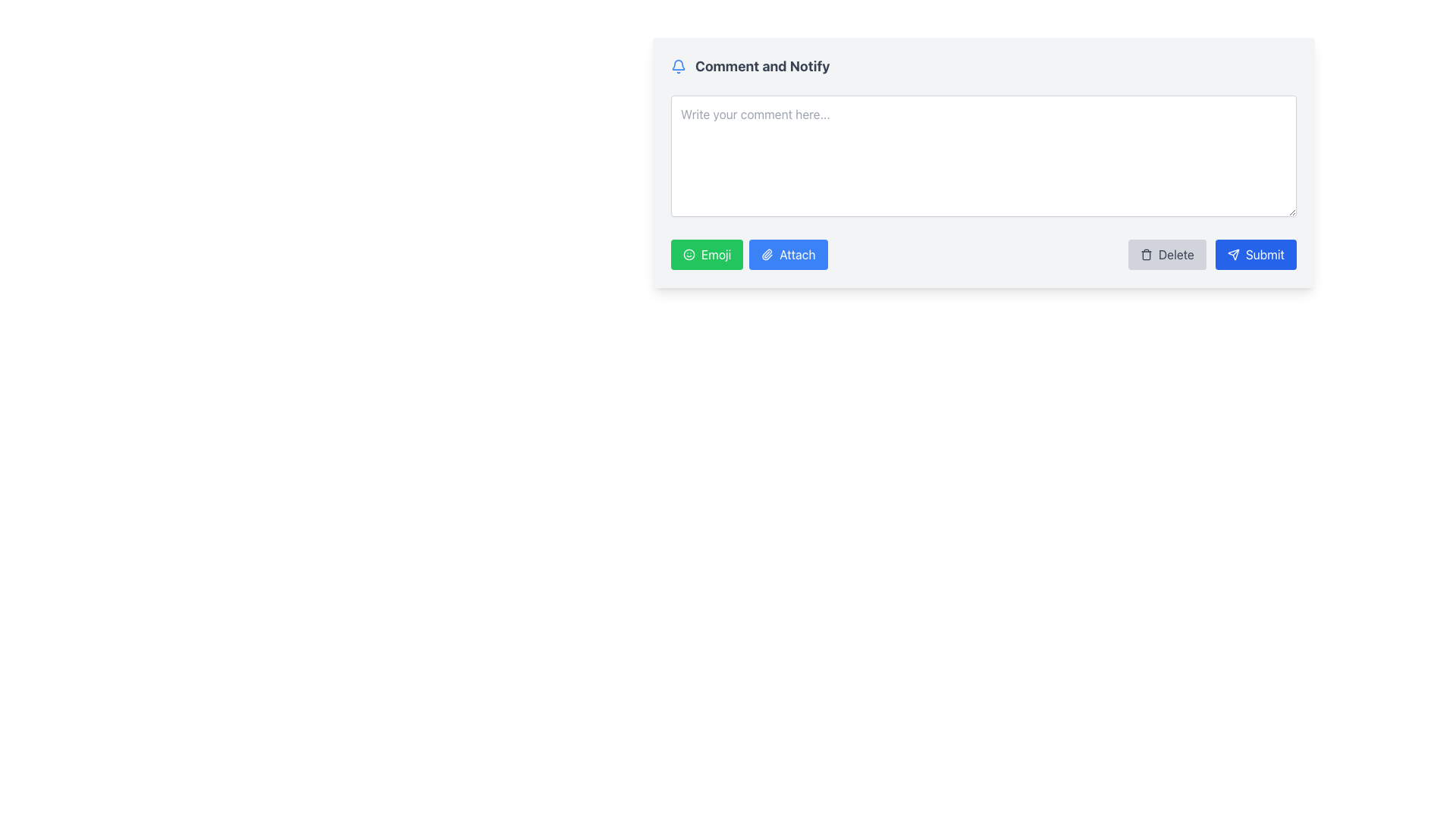  I want to click on the 'Emoji' button in the horizontal button group, which features a green background with a smiley face icon, so click(749, 253).